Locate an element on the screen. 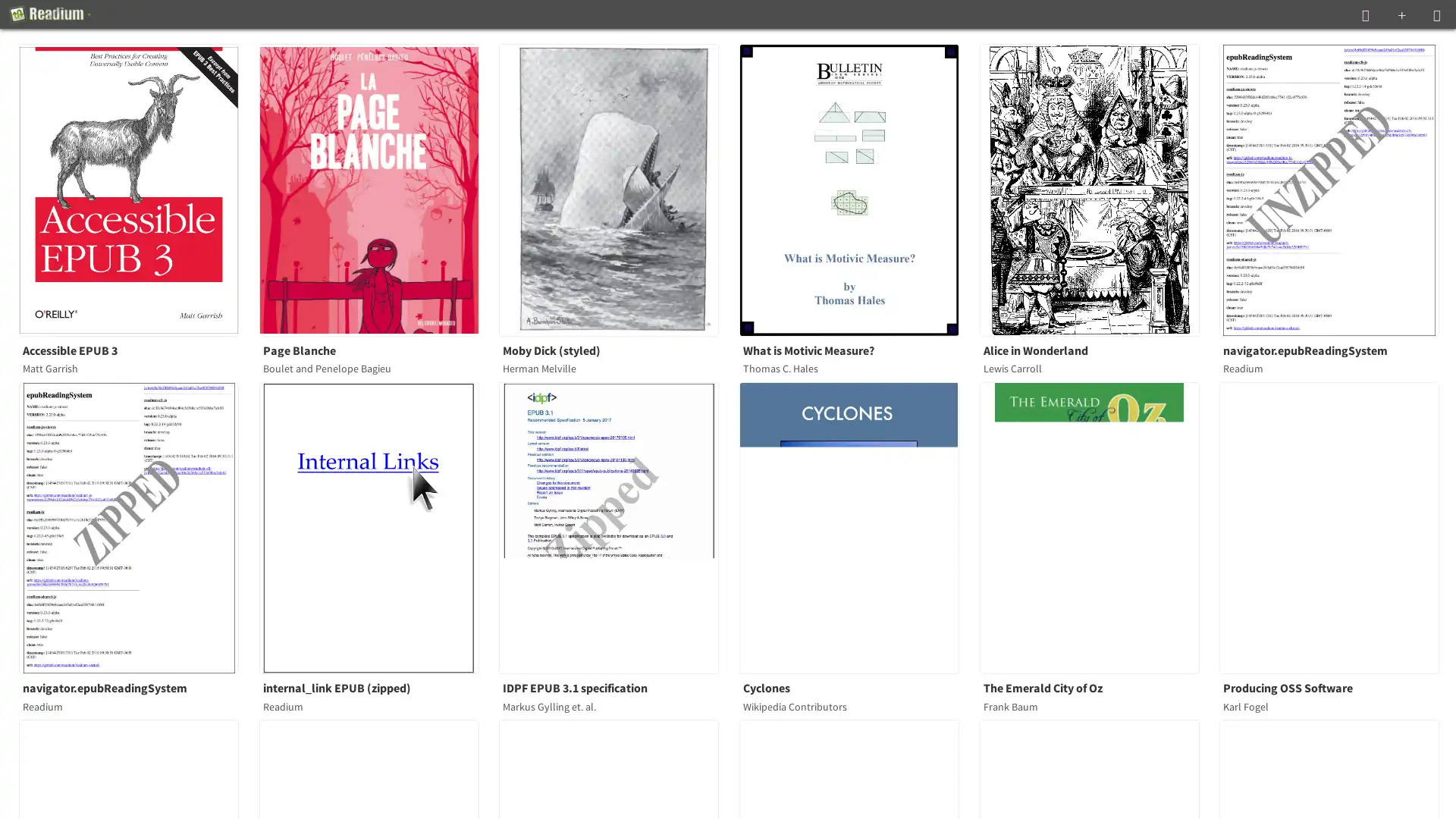 The image size is (1456, 819). Add to Library is located at coordinates (1401, 14).